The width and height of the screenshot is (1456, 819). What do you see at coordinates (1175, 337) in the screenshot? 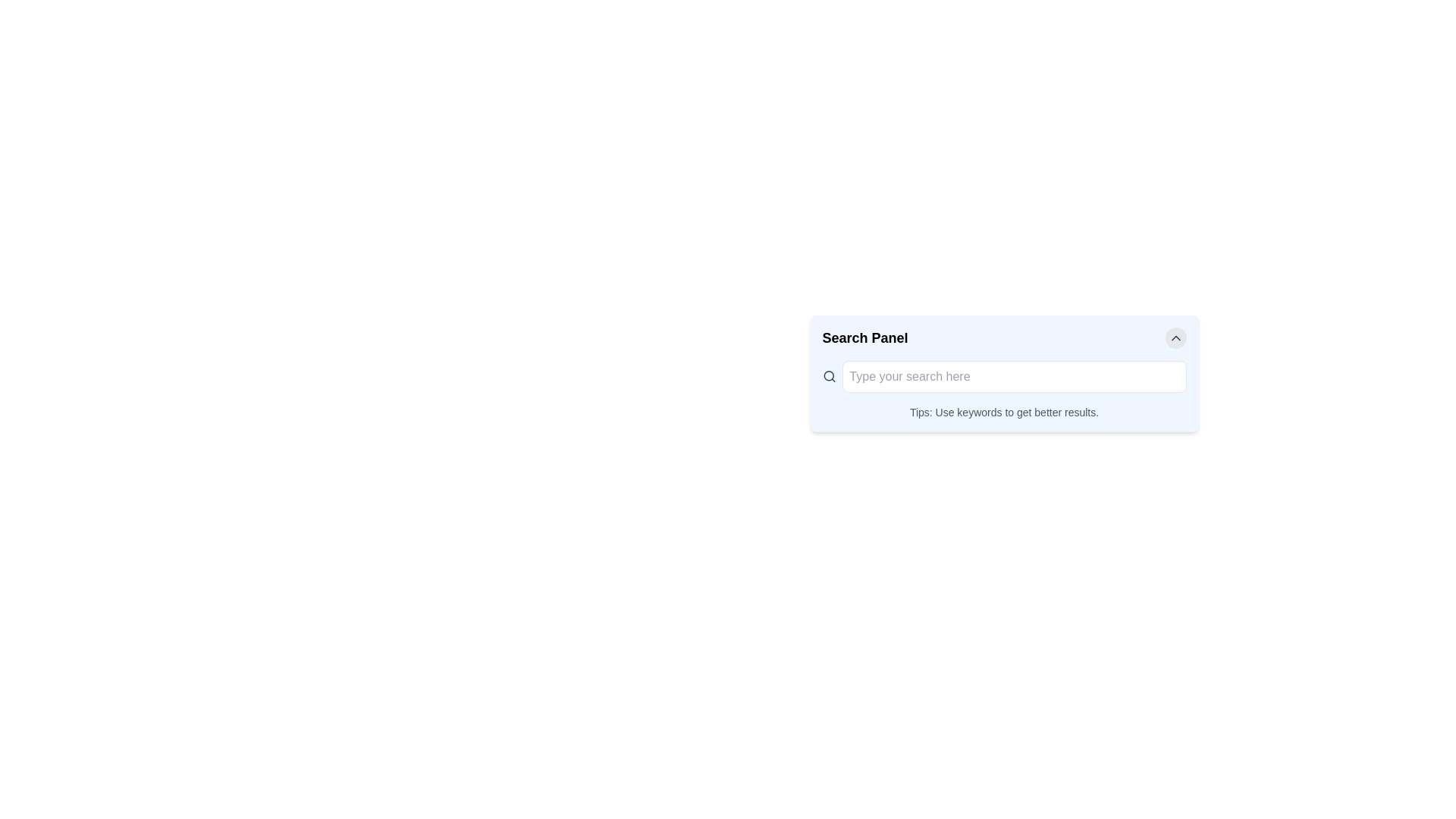
I see `the interactive button located at the top-right corner of the 'Search Panel', which is used to toggle or collapse the panel` at bounding box center [1175, 337].